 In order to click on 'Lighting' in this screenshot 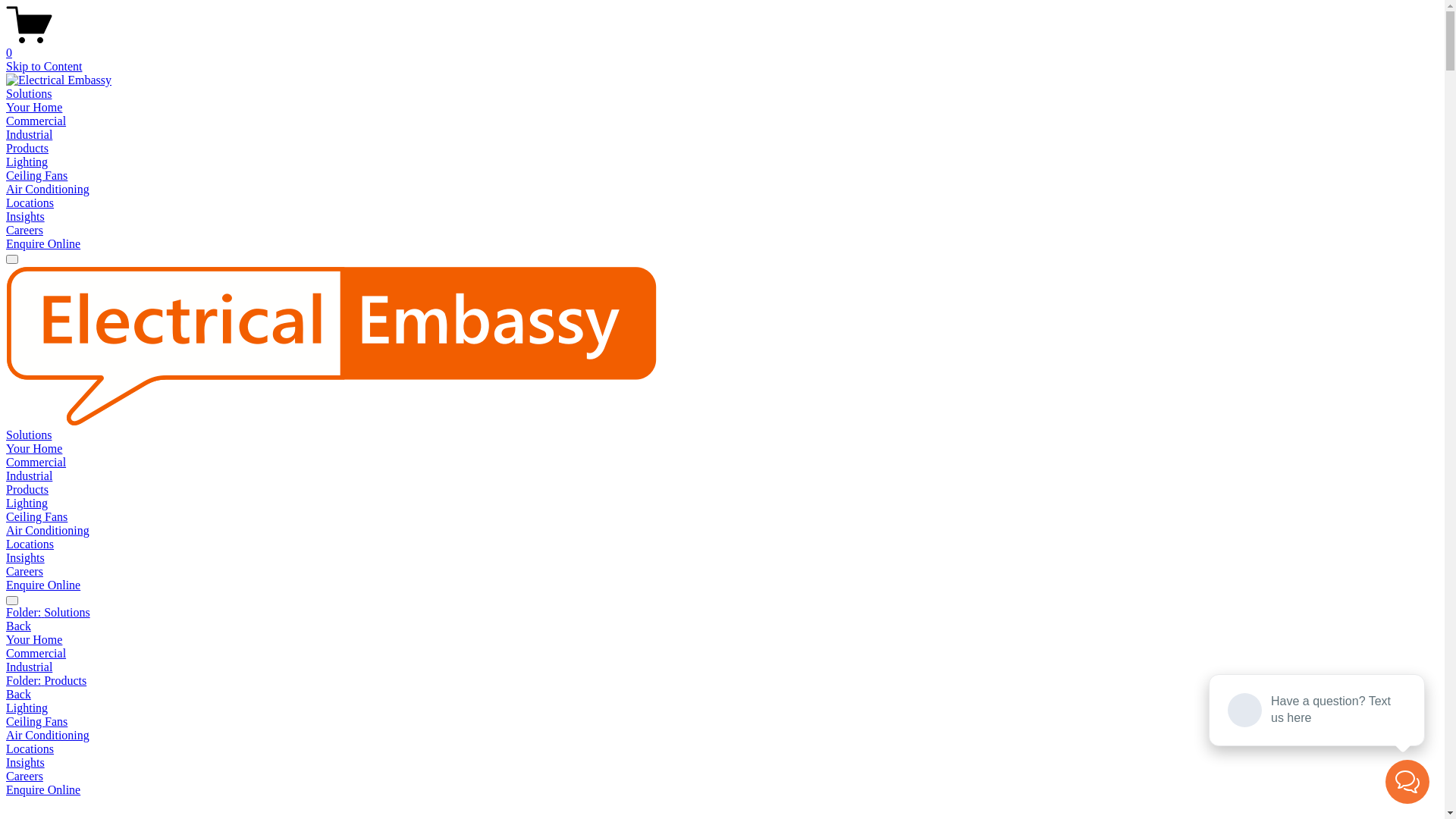, I will do `click(27, 503)`.